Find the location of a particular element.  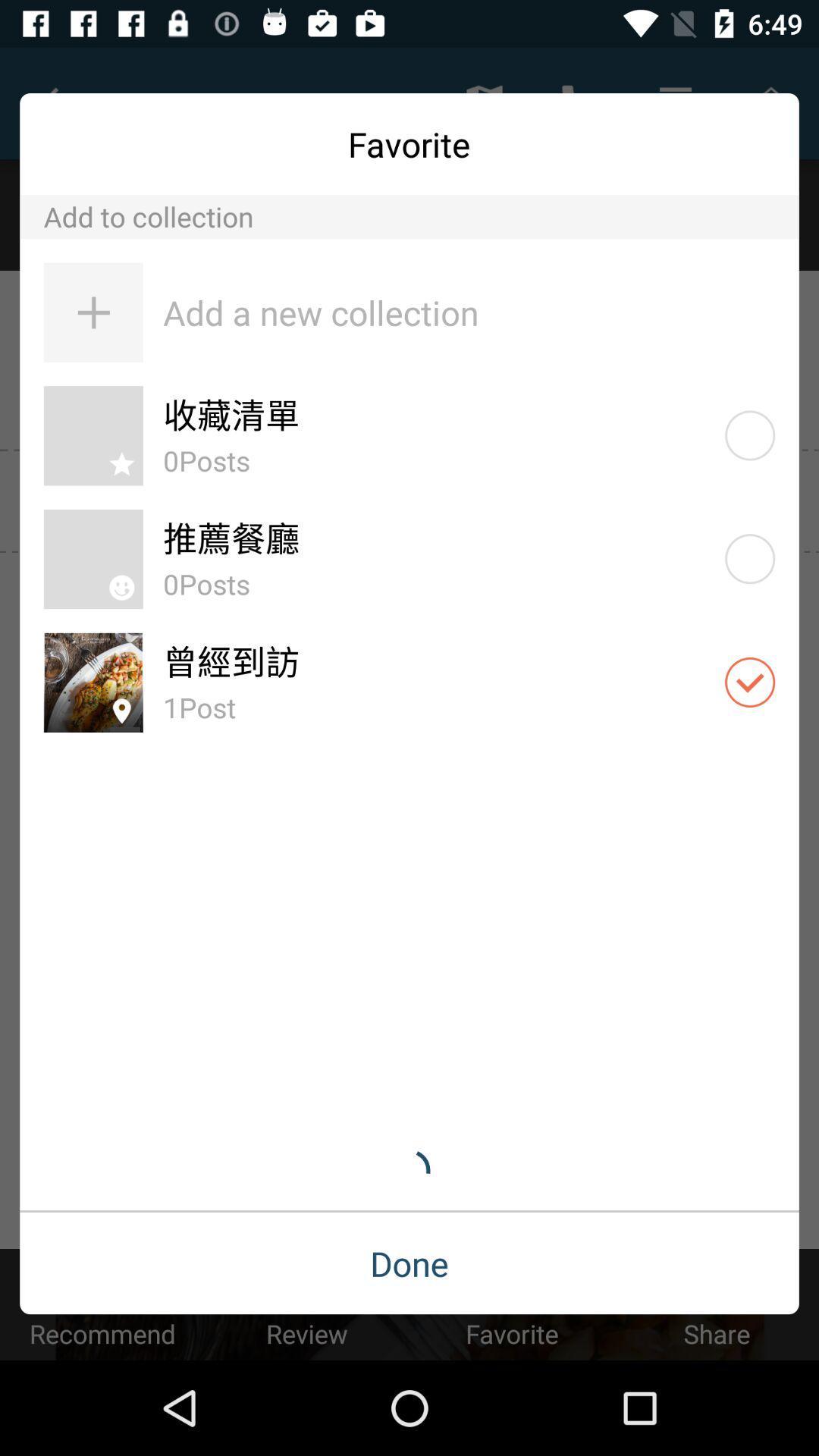

the done item is located at coordinates (409, 1263).